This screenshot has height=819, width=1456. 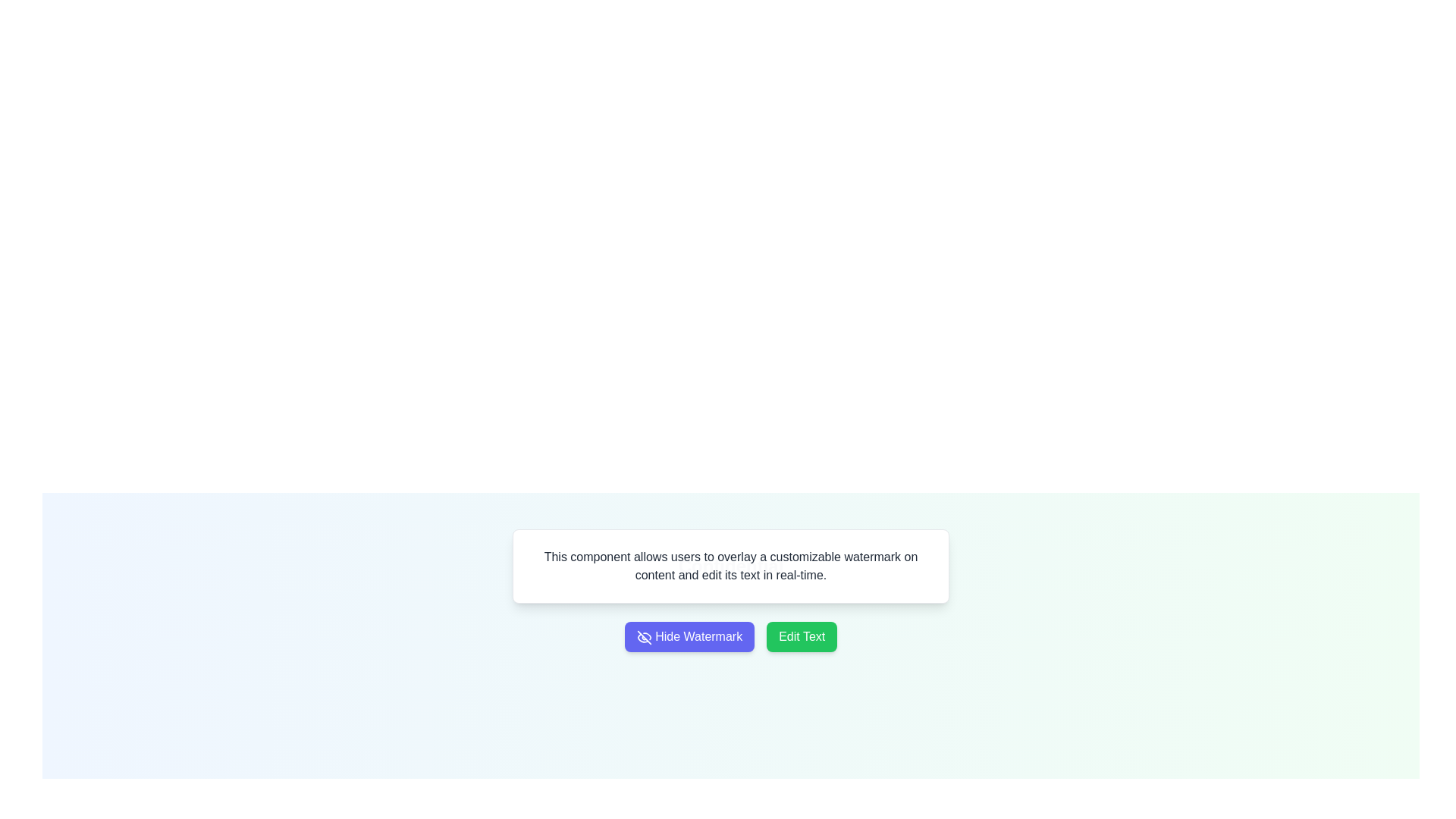 What do you see at coordinates (731, 566) in the screenshot?
I see `the Text Block that provides instructions for watermark customization, located below the 'Confidential' text element` at bounding box center [731, 566].